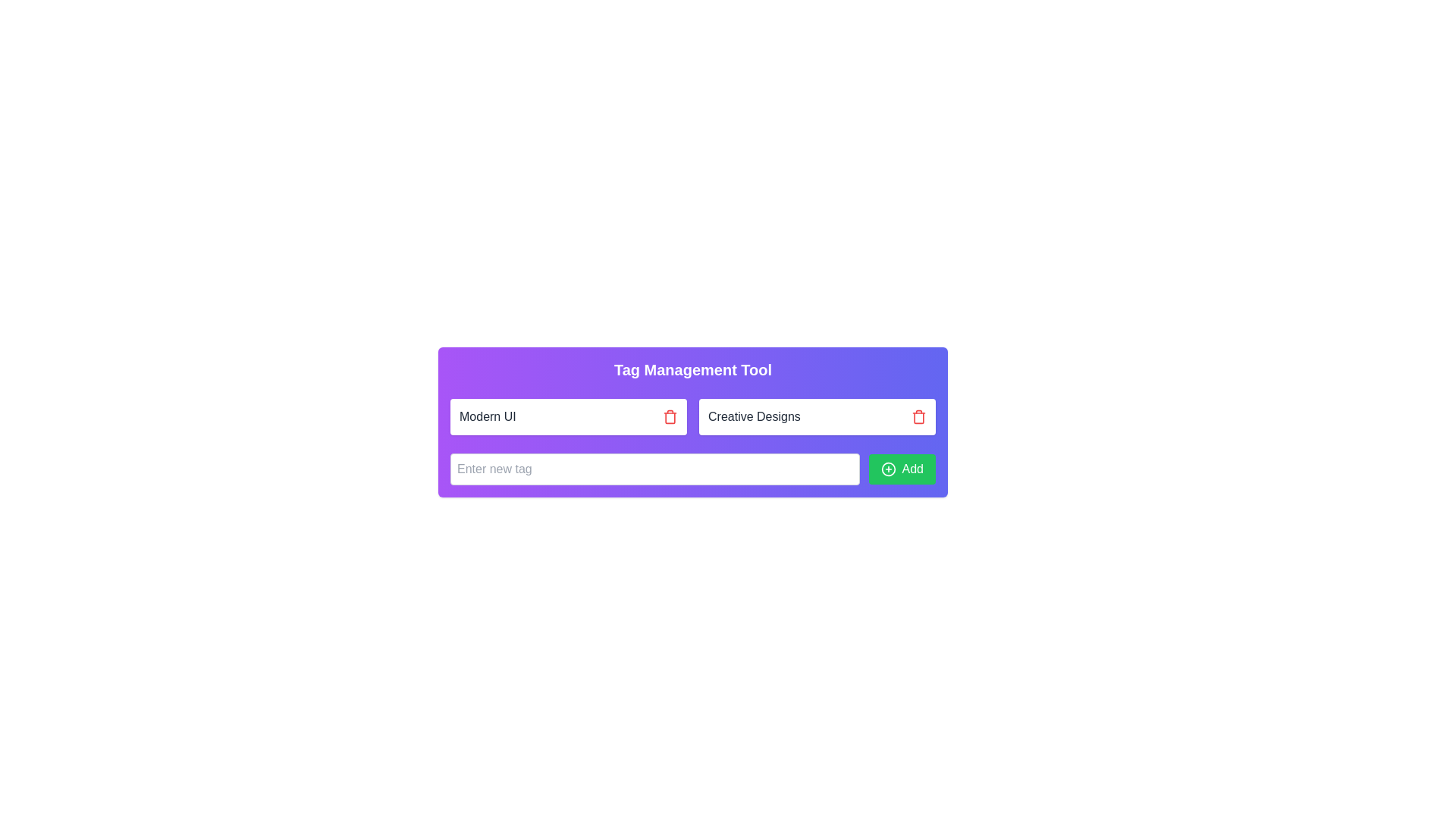 Image resolution: width=1456 pixels, height=819 pixels. I want to click on the delete button located on the right side of the 'Creative Designs' label, so click(918, 417).